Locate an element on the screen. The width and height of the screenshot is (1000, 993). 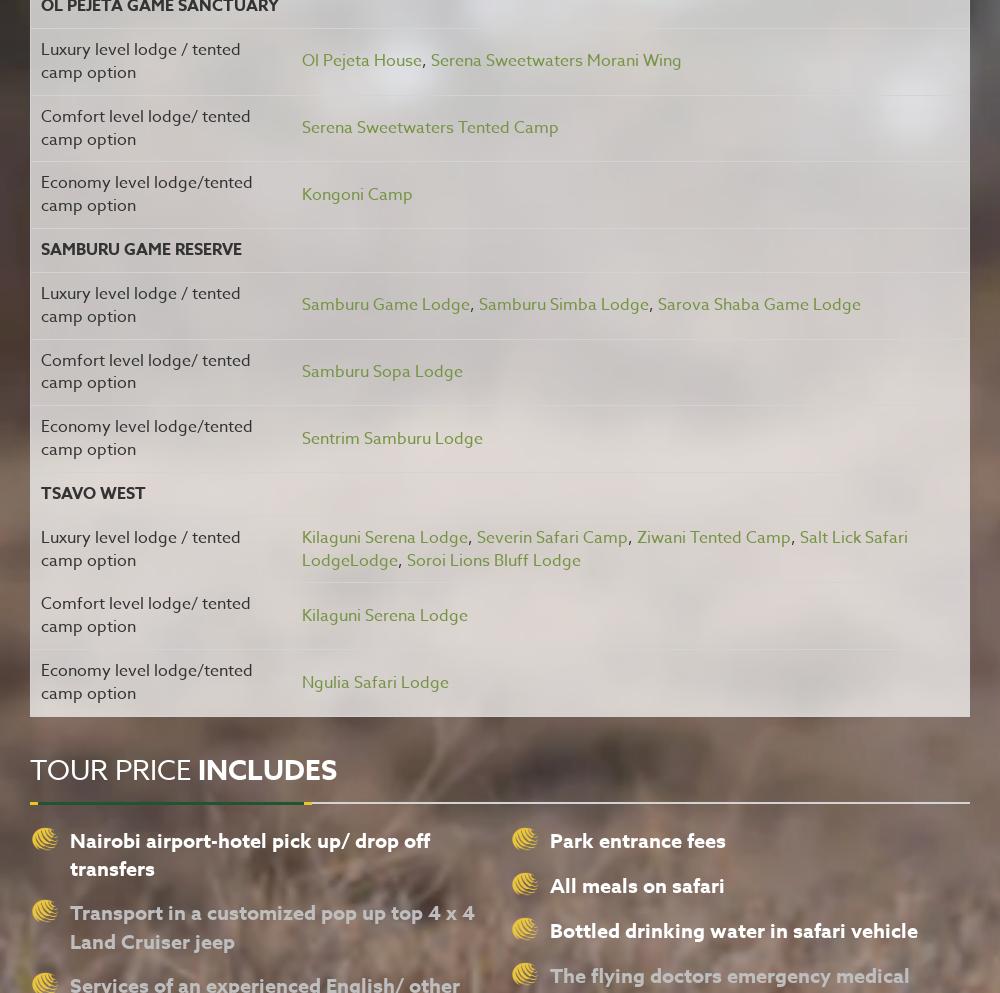
'Sarova Shaba Game Lodge' is located at coordinates (657, 305).